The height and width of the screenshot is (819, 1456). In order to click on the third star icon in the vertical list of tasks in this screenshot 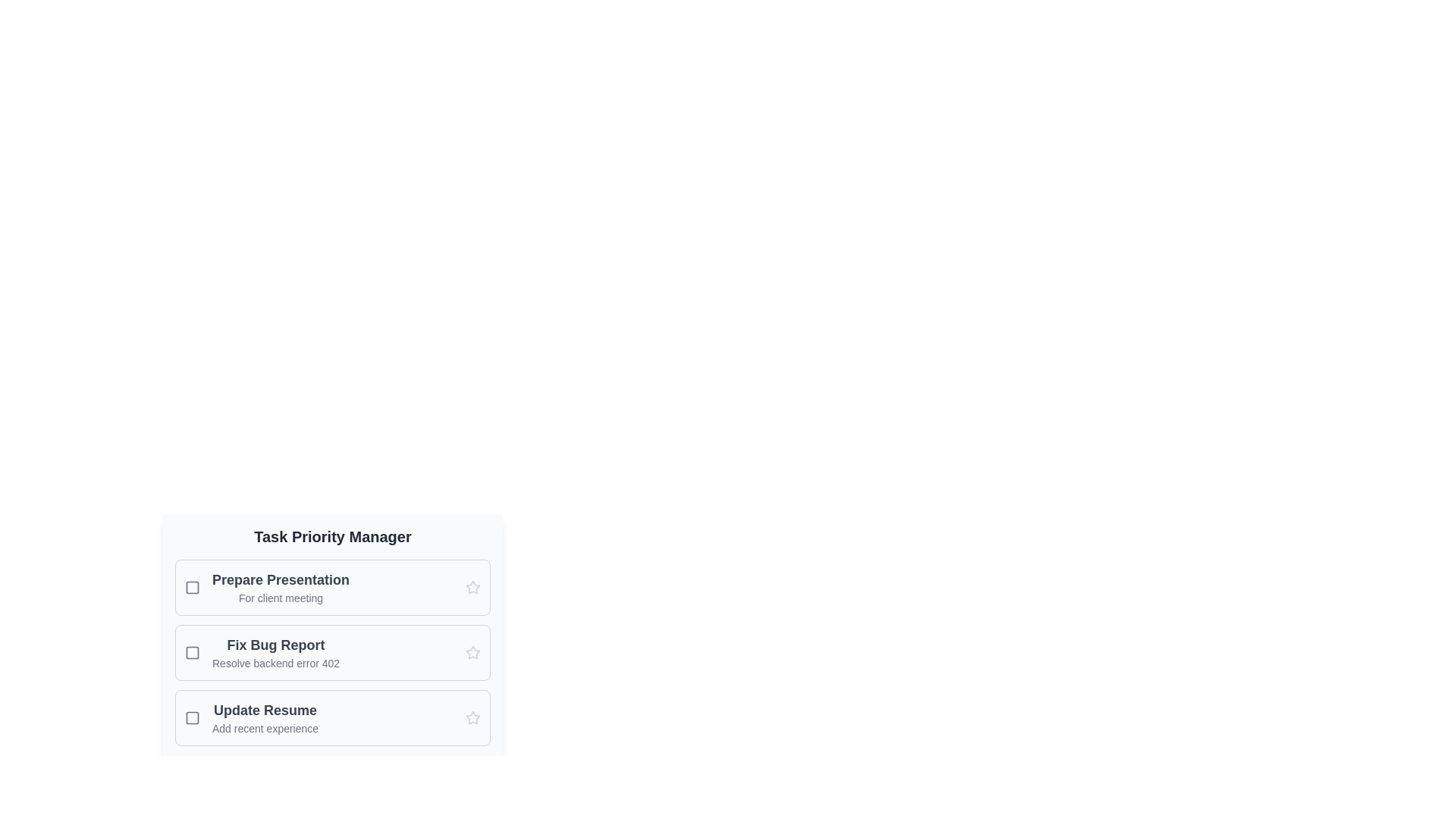, I will do `click(472, 717)`.